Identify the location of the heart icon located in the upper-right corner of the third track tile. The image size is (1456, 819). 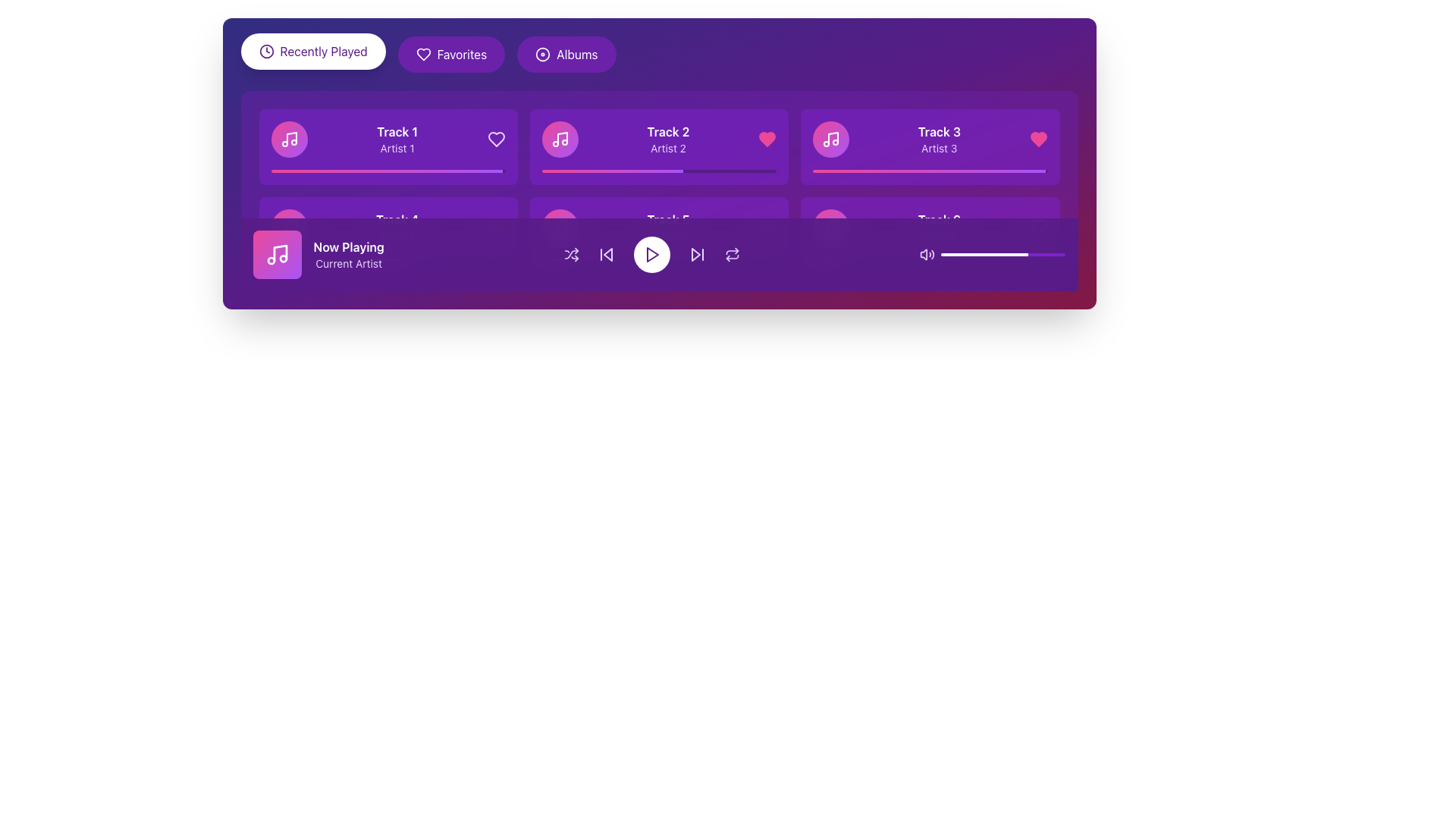
(1037, 140).